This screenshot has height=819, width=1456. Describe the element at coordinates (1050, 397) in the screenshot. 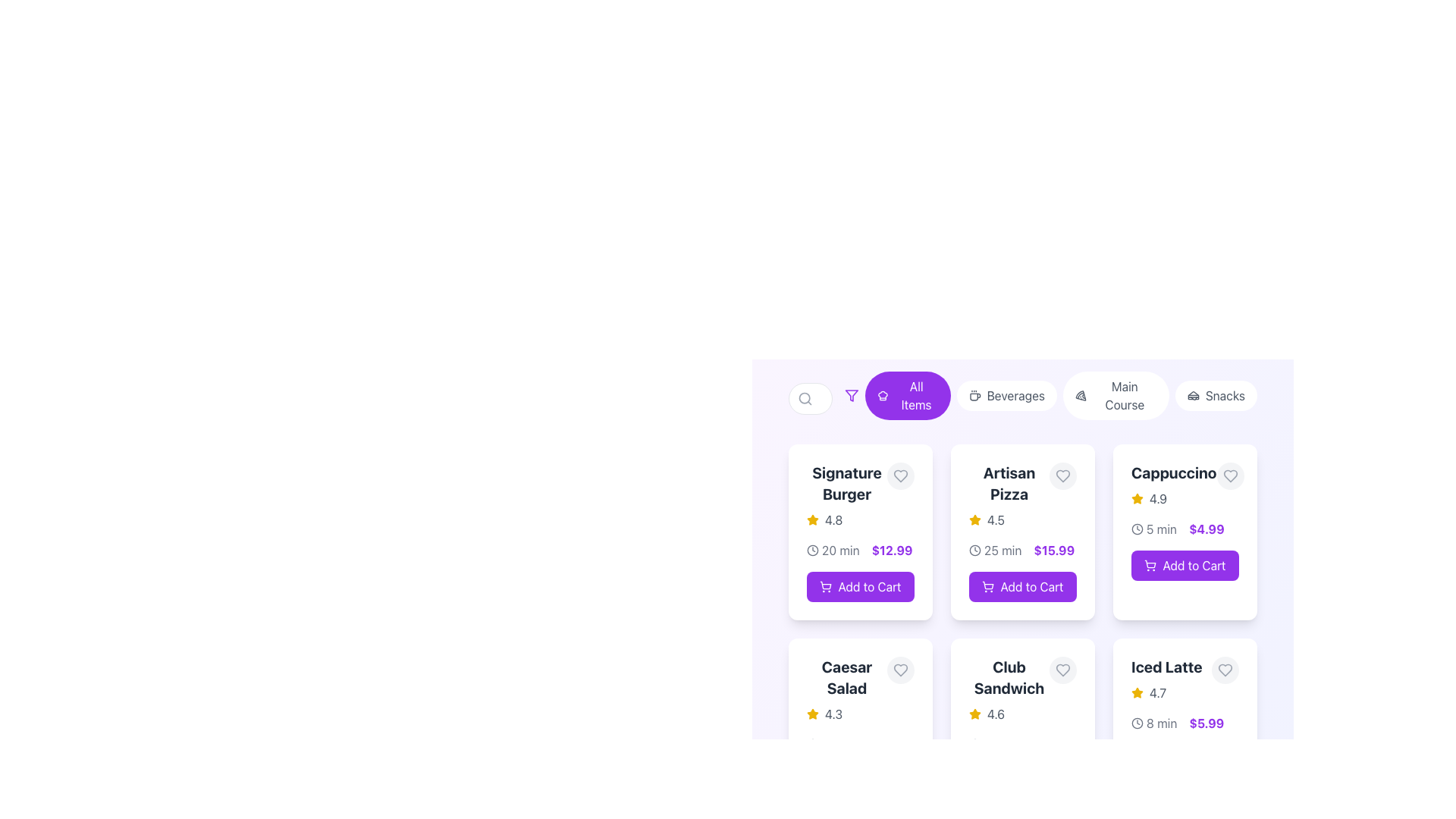

I see `the 'Beverages' button in the horizontal button group` at that location.